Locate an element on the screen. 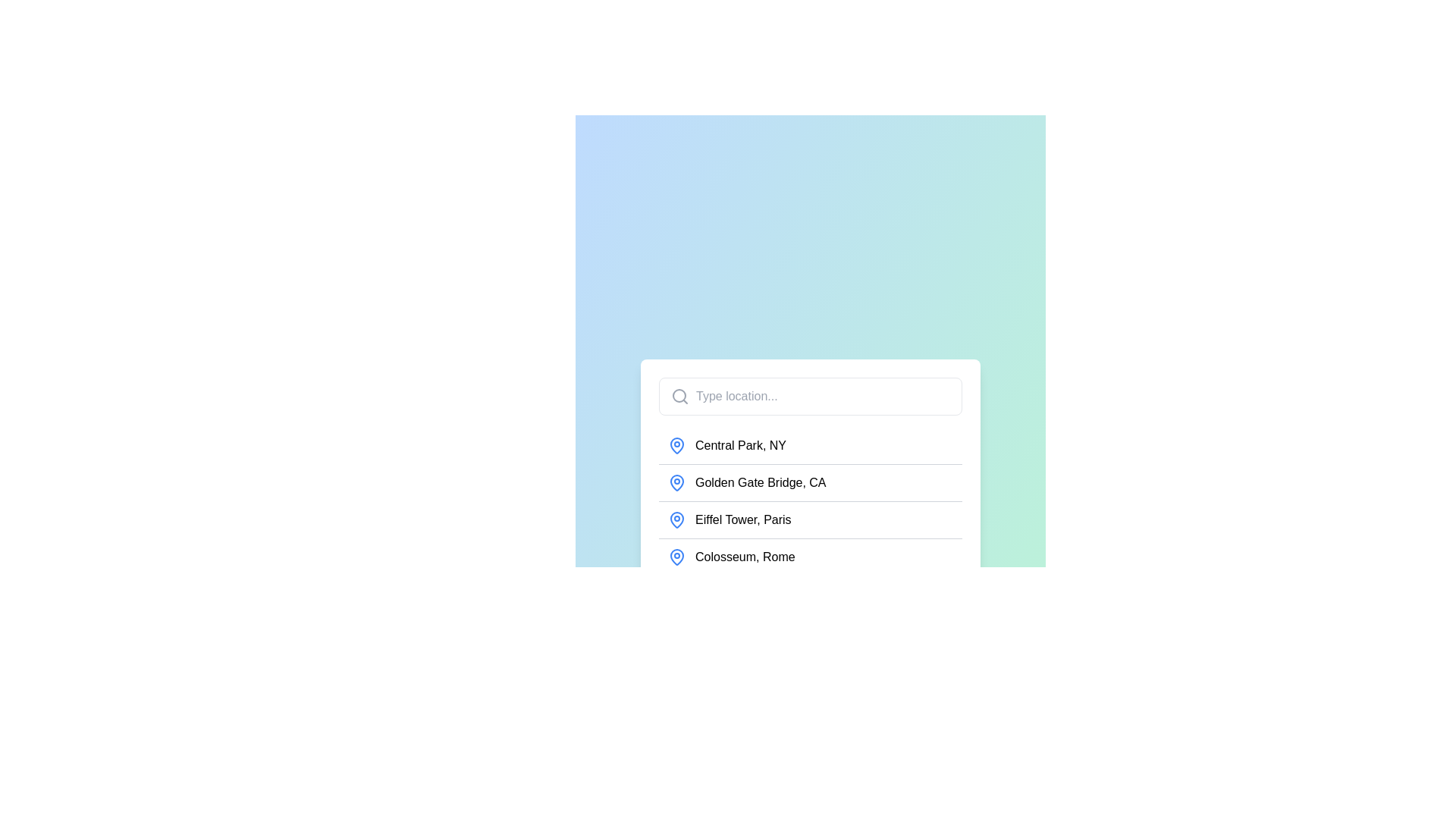 This screenshot has height=819, width=1456. the SVG map pin icon component associated with the location entry 'Eiffel Tower, Paris' in the dropdown menu is located at coordinates (676, 519).